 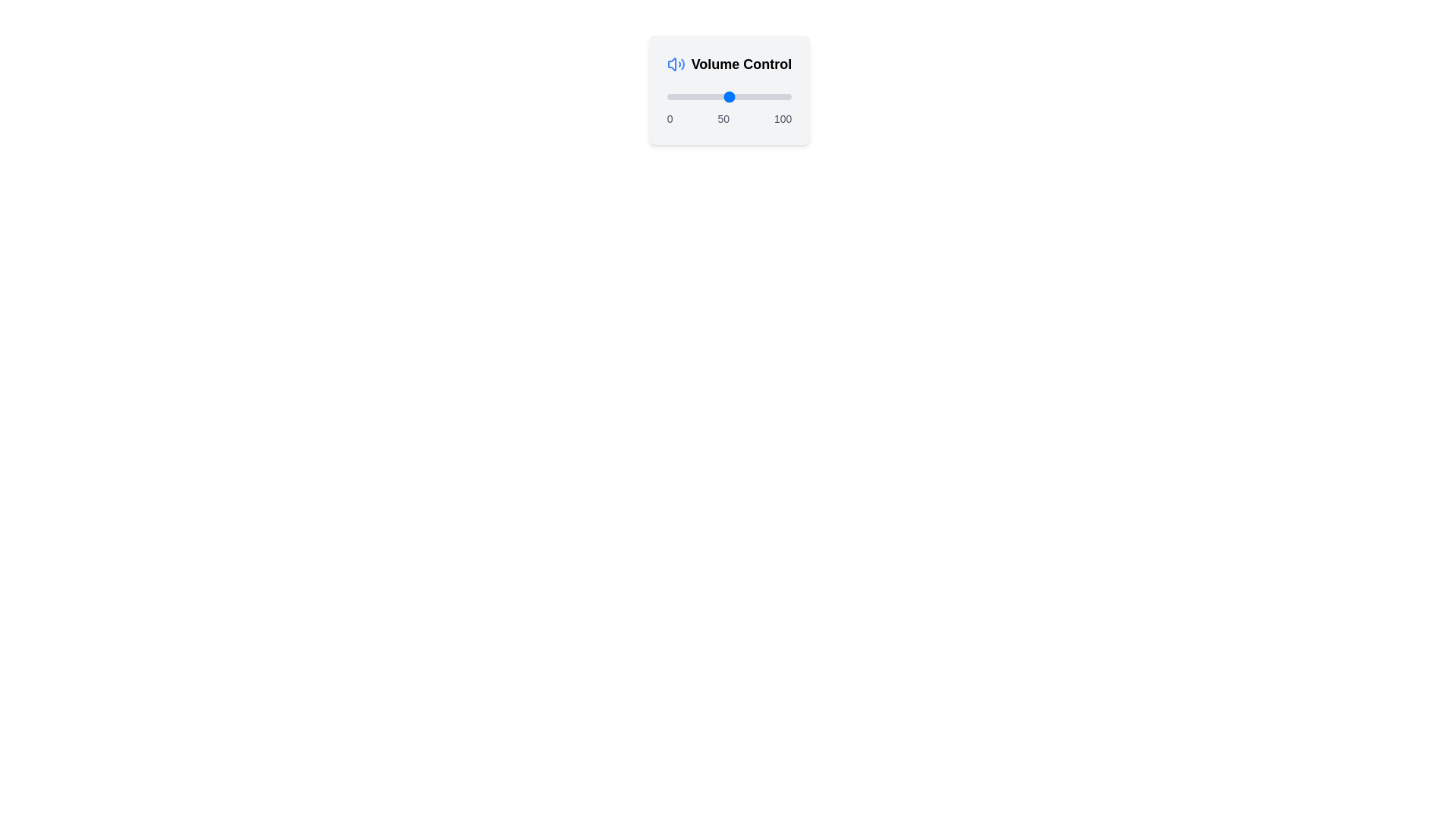 I want to click on the blue speaker icon with sound waves located to the left of the 'Volume Control' text, so click(x=675, y=63).